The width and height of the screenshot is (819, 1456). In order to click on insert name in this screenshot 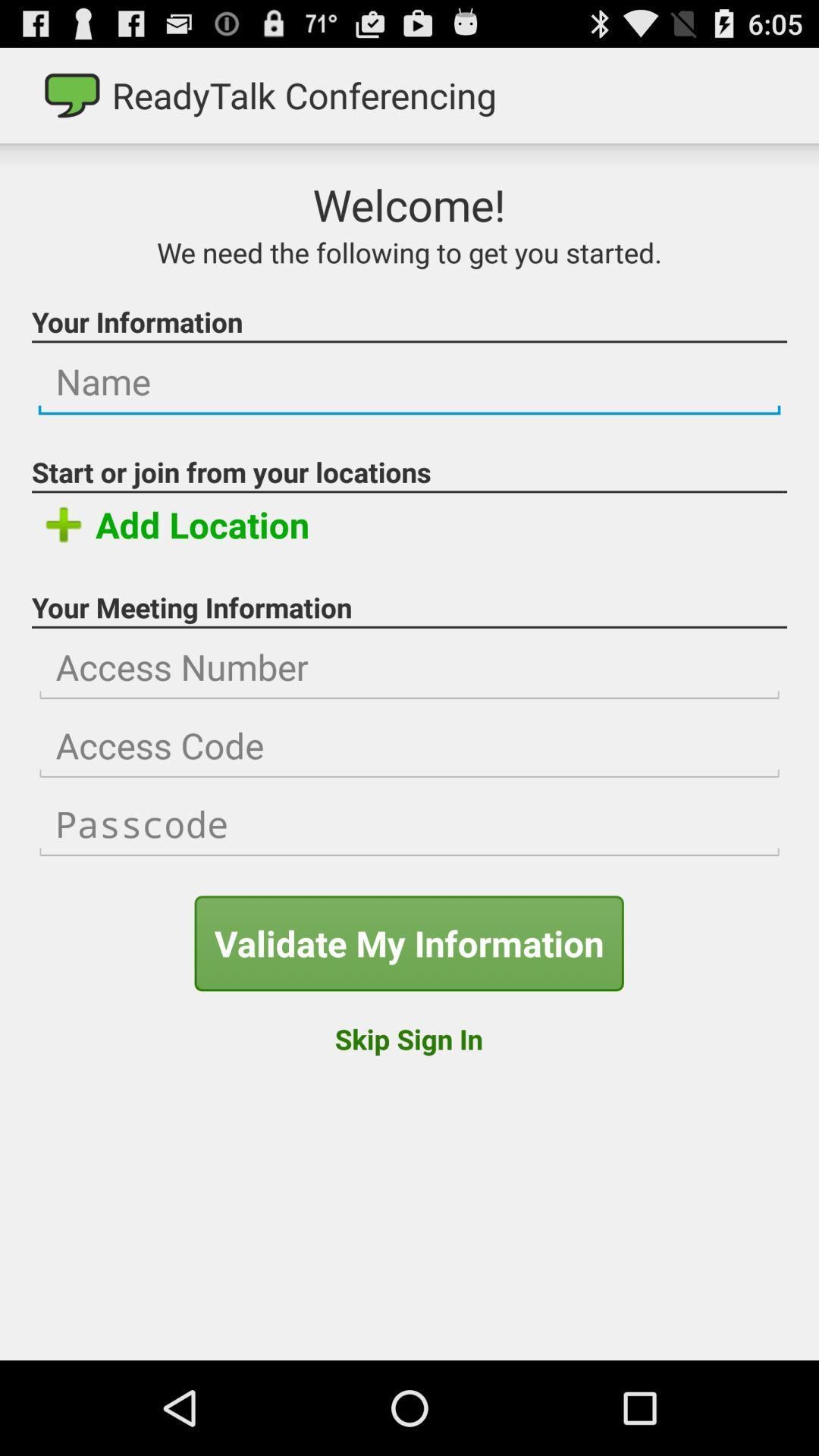, I will do `click(409, 382)`.